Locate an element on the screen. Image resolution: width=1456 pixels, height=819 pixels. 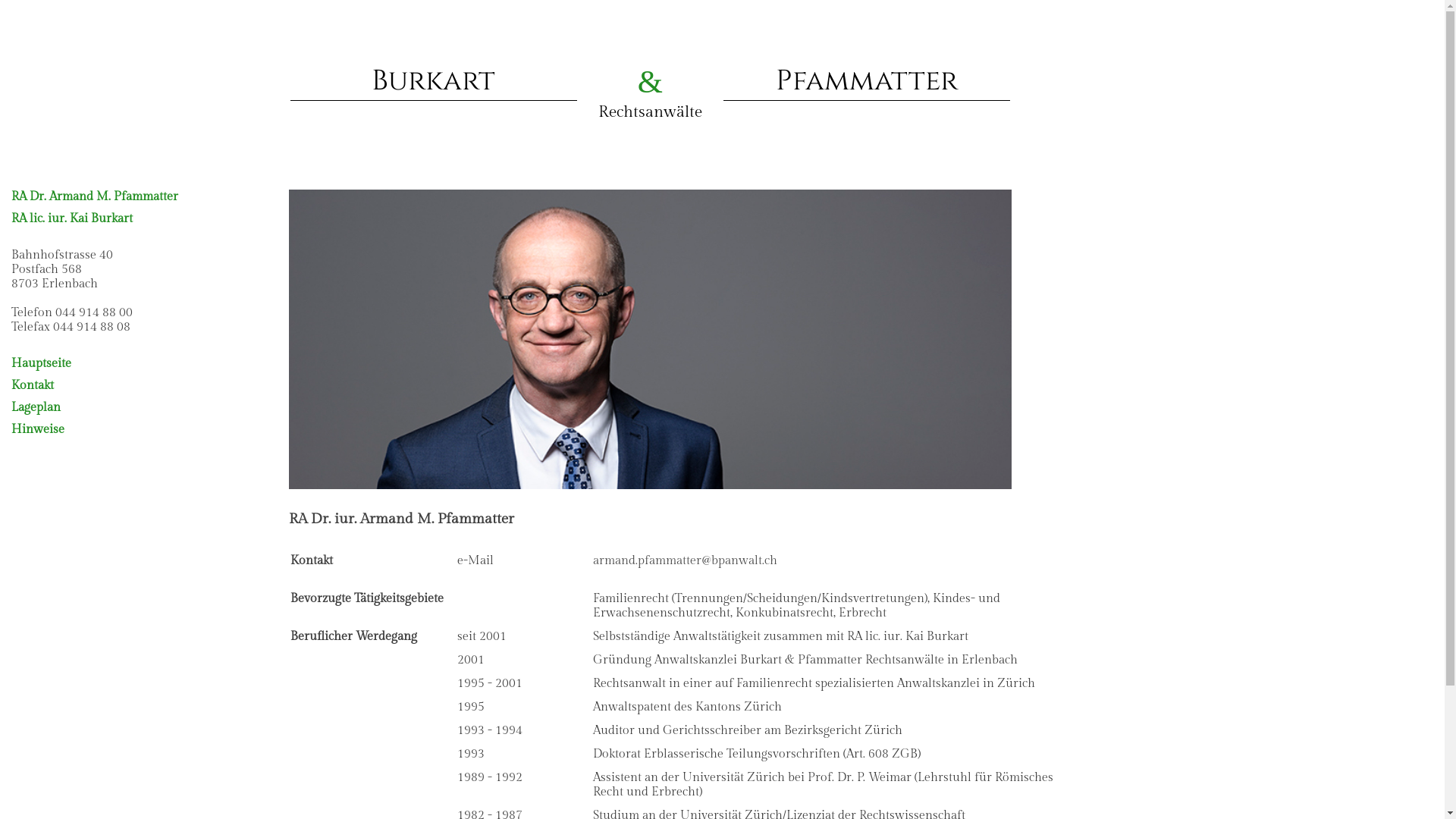
'RA lic. iur. Kai Burkart' is located at coordinates (71, 218).